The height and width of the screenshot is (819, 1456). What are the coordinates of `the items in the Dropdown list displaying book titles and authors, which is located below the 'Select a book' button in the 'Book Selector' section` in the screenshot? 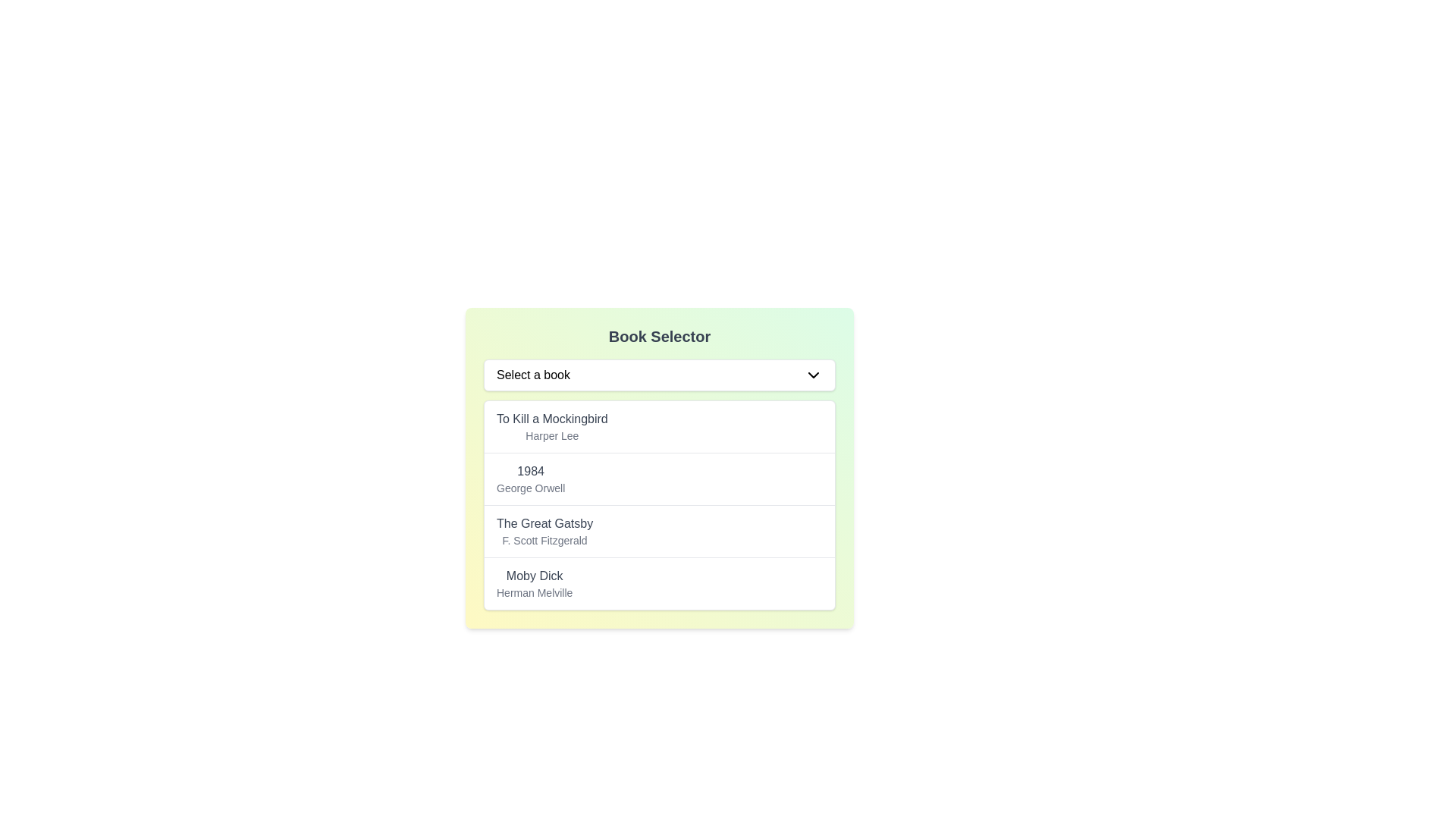 It's located at (659, 505).